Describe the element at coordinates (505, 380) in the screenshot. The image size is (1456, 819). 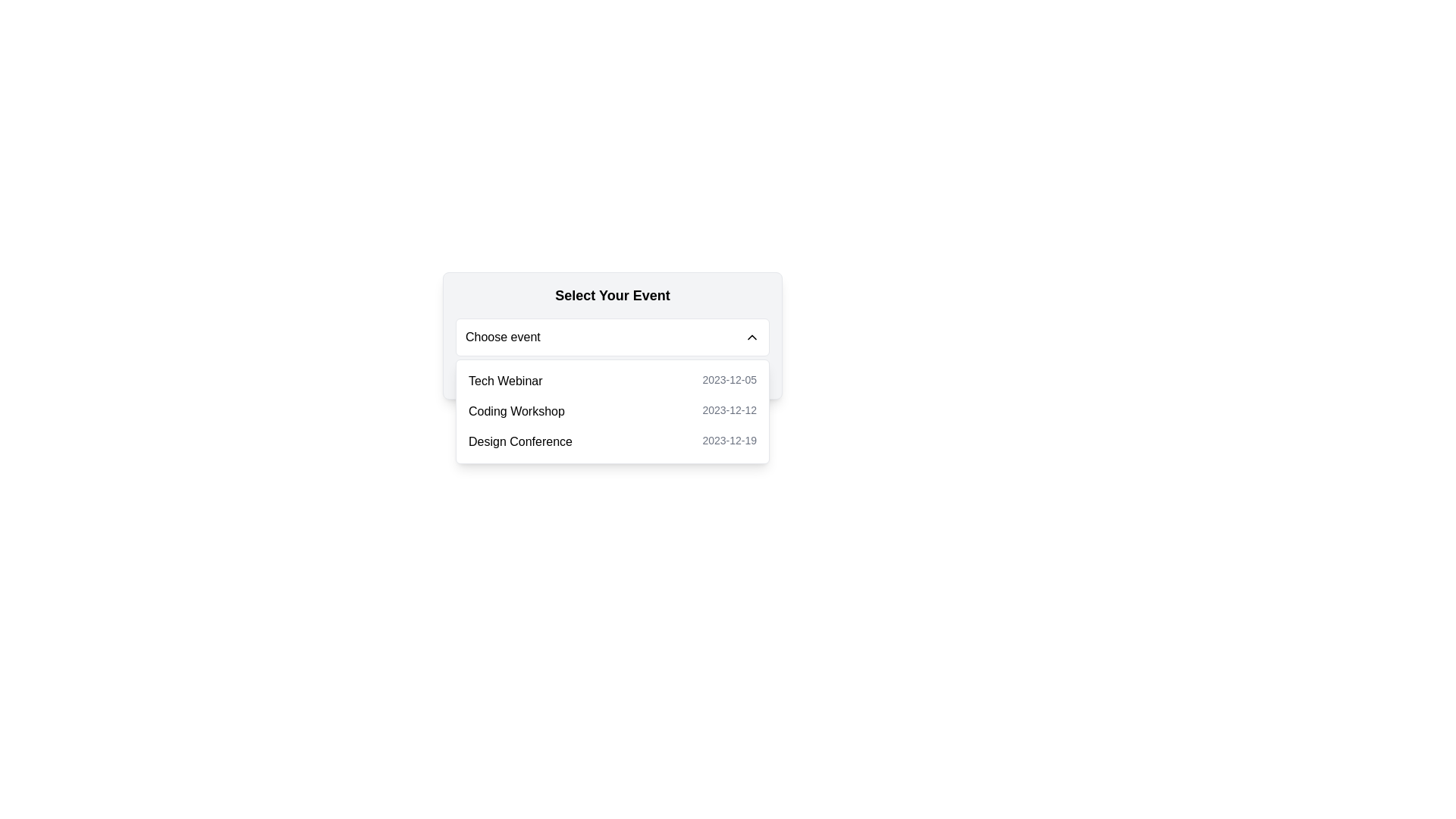
I see `the text label representing the name of an event in the dropdown menu` at that location.